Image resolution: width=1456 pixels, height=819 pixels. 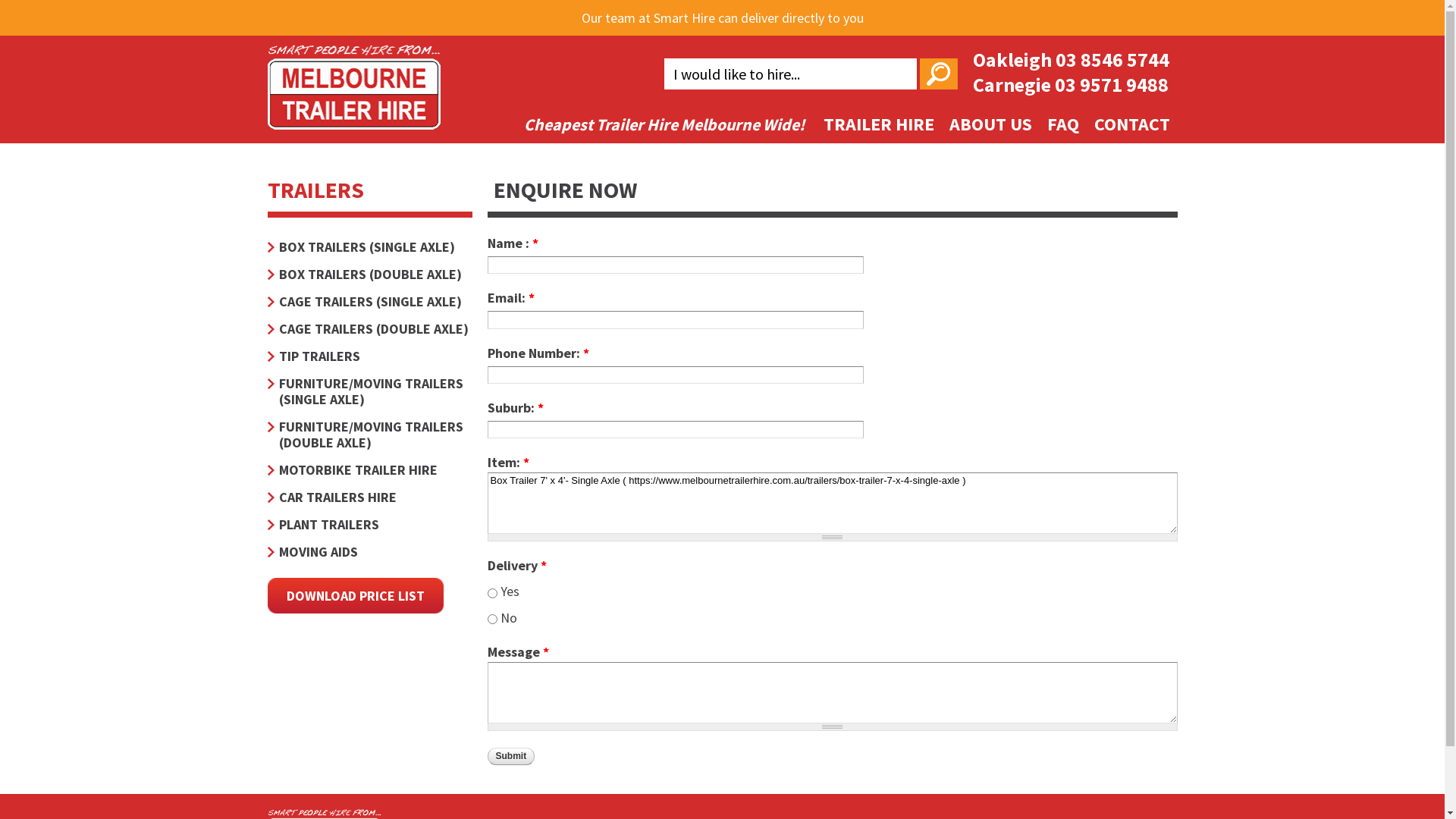 What do you see at coordinates (878, 123) in the screenshot?
I see `'TRAILER HIRE'` at bounding box center [878, 123].